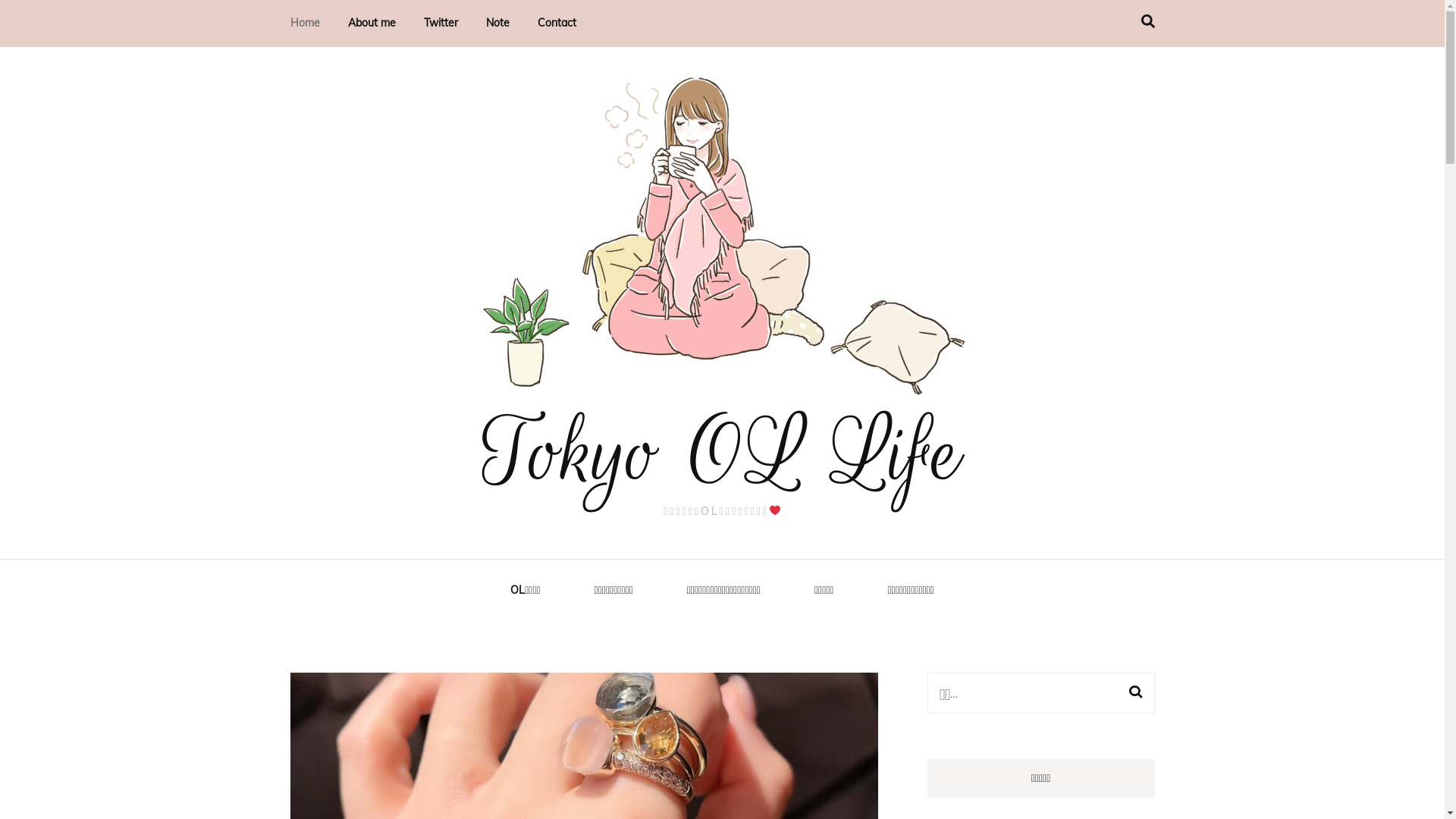  What do you see at coordinates (371, 23) in the screenshot?
I see `'About me'` at bounding box center [371, 23].